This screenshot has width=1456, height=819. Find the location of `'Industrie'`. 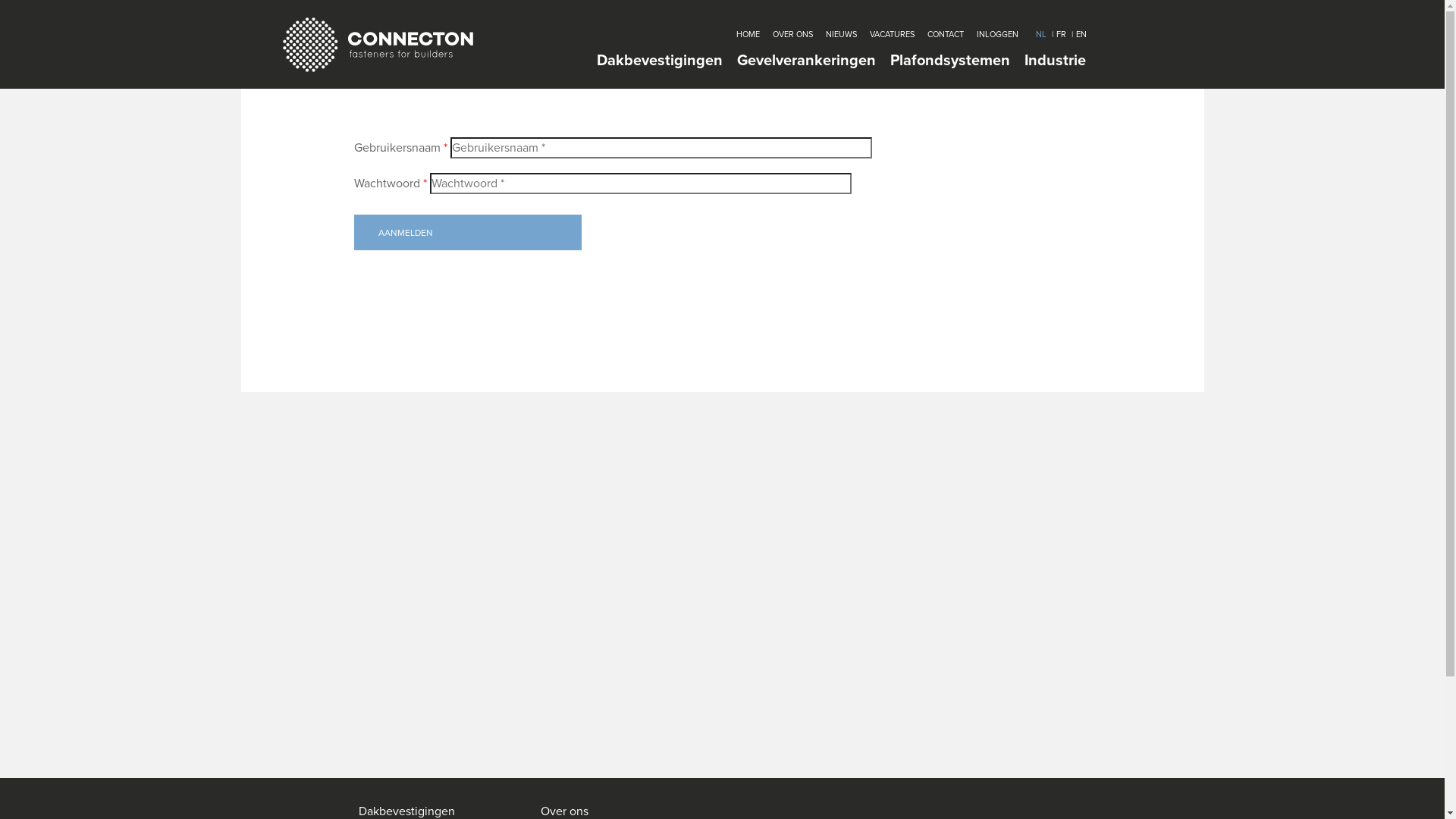

'Industrie' is located at coordinates (1053, 60).